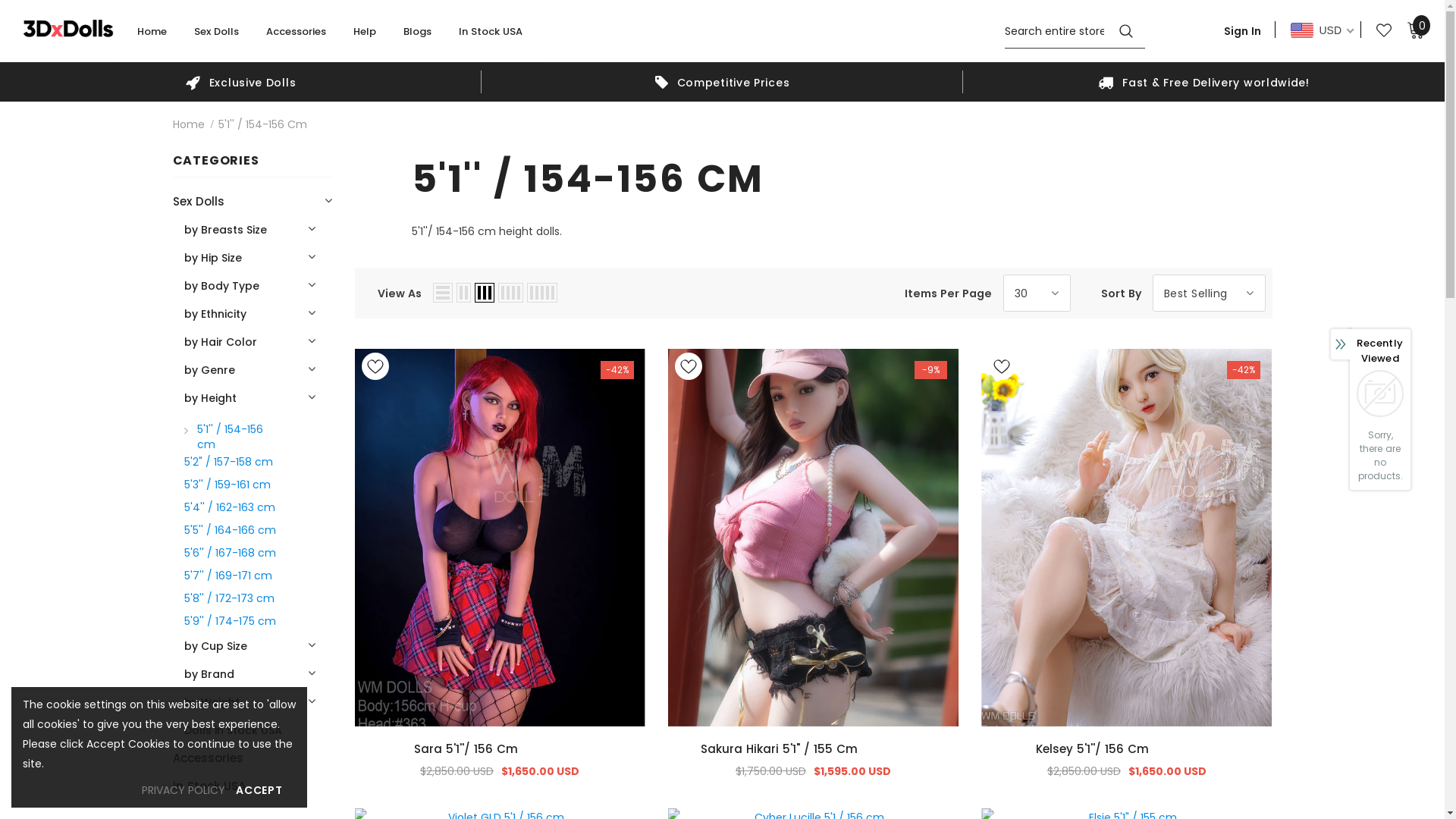 The height and width of the screenshot is (819, 1456). Describe the element at coordinates (227, 596) in the screenshot. I see `'5'8'' / 172-173 cm'` at that location.